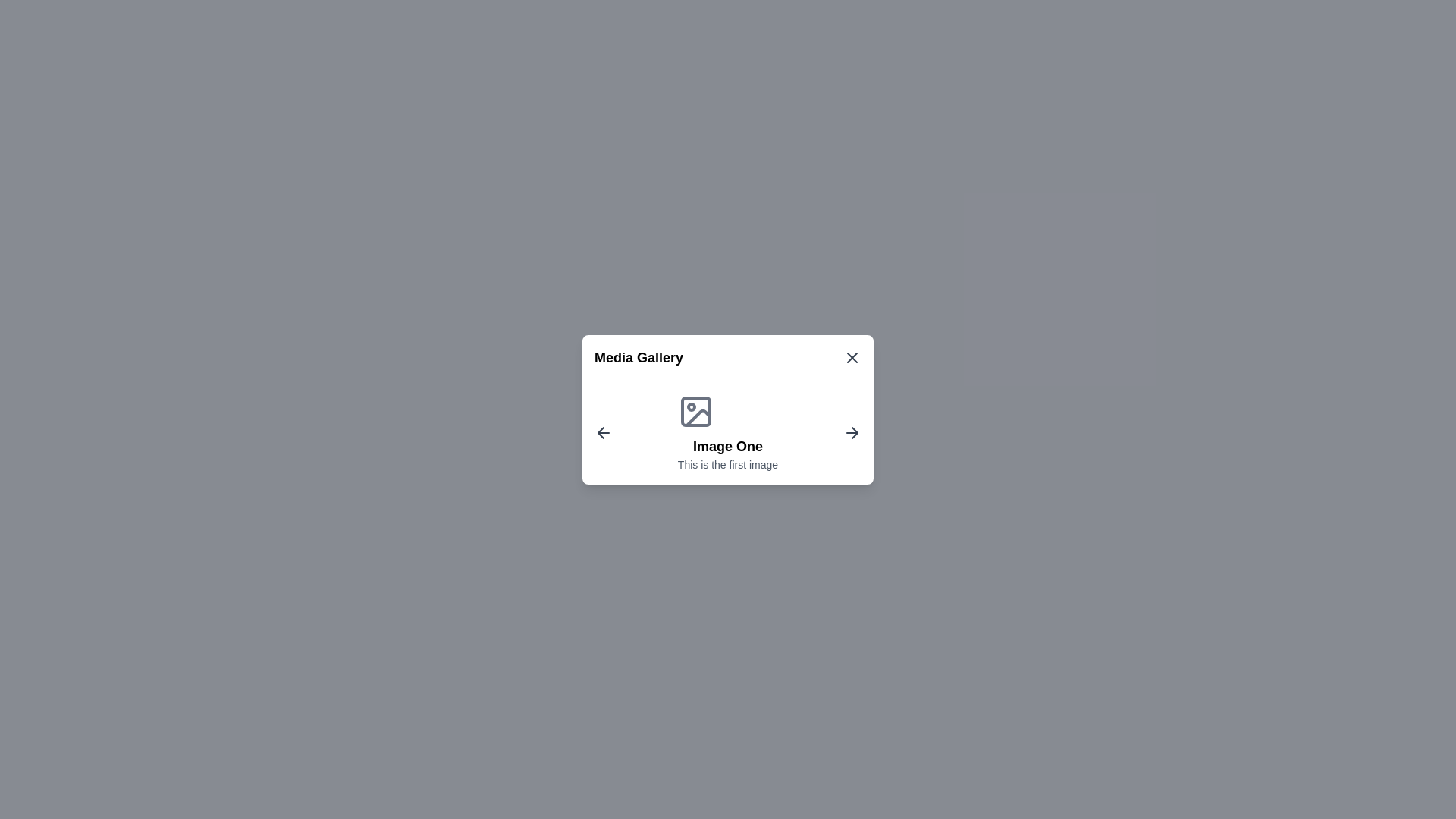 The width and height of the screenshot is (1456, 819). Describe the element at coordinates (603, 432) in the screenshot. I see `the left arrow button located on the left side of the 'Media Gallery' modal` at that location.